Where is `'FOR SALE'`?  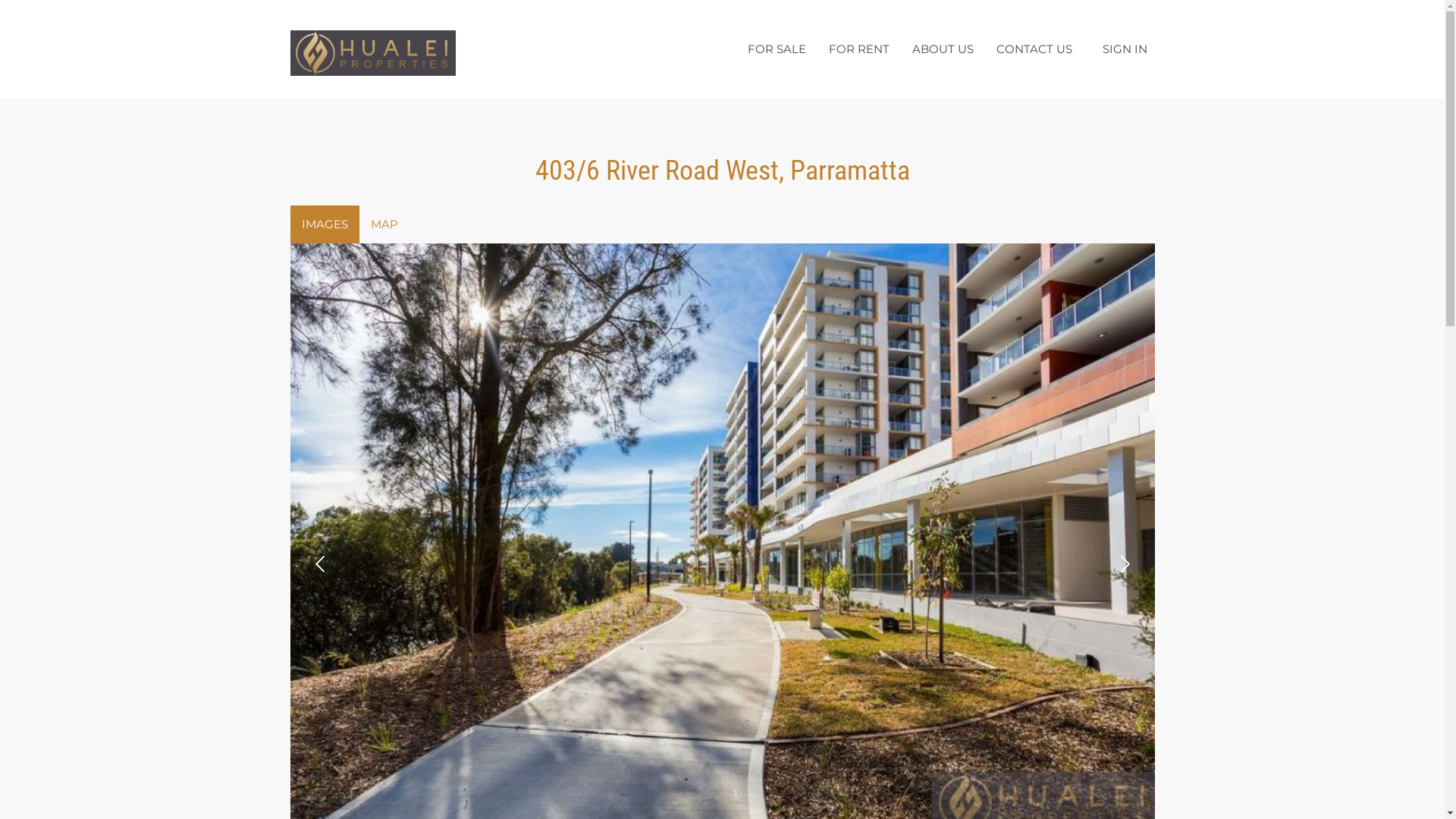
'FOR SALE' is located at coordinates (776, 48).